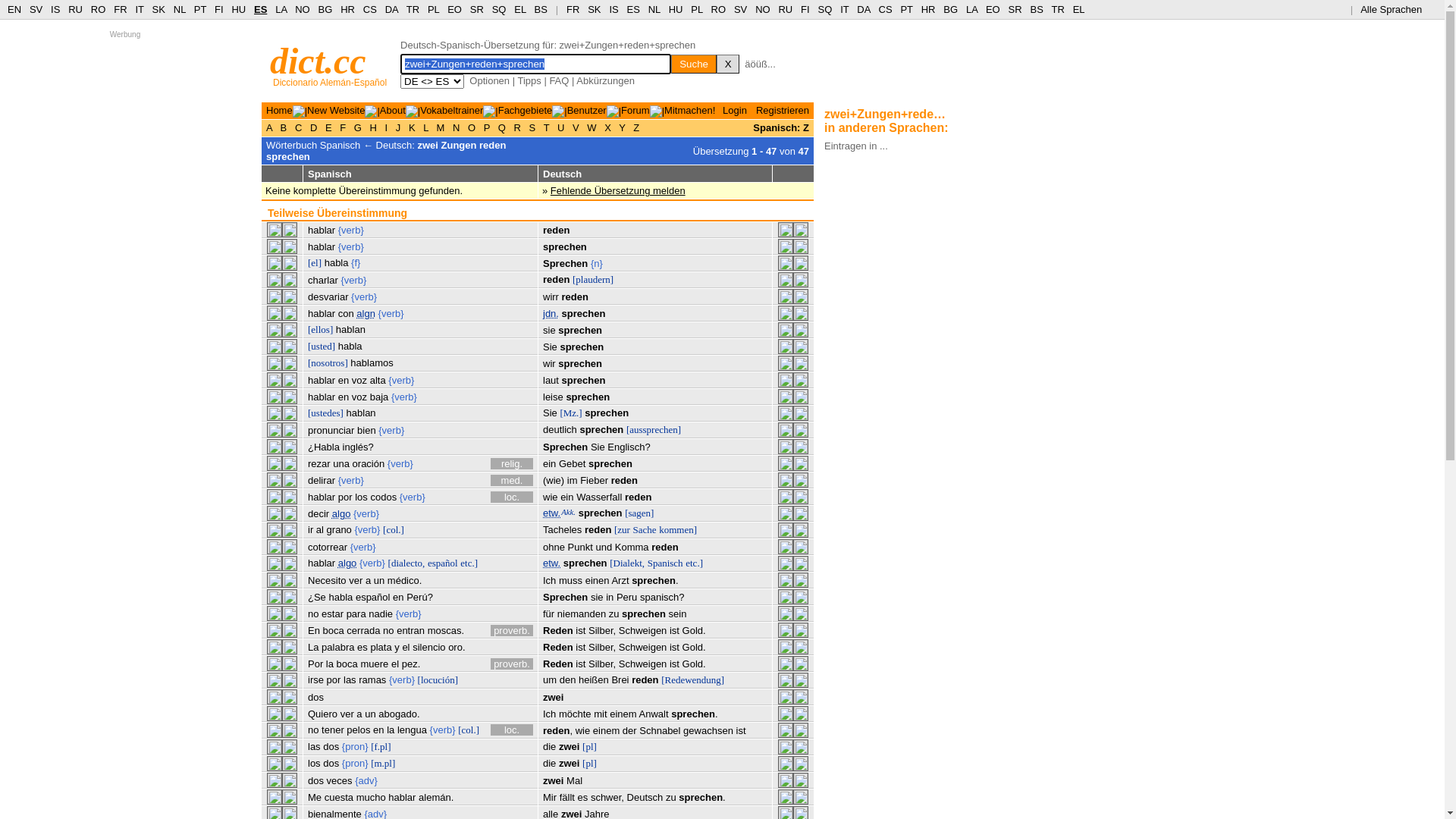 Image resolution: width=1456 pixels, height=819 pixels. I want to click on 'RO', so click(97, 9).